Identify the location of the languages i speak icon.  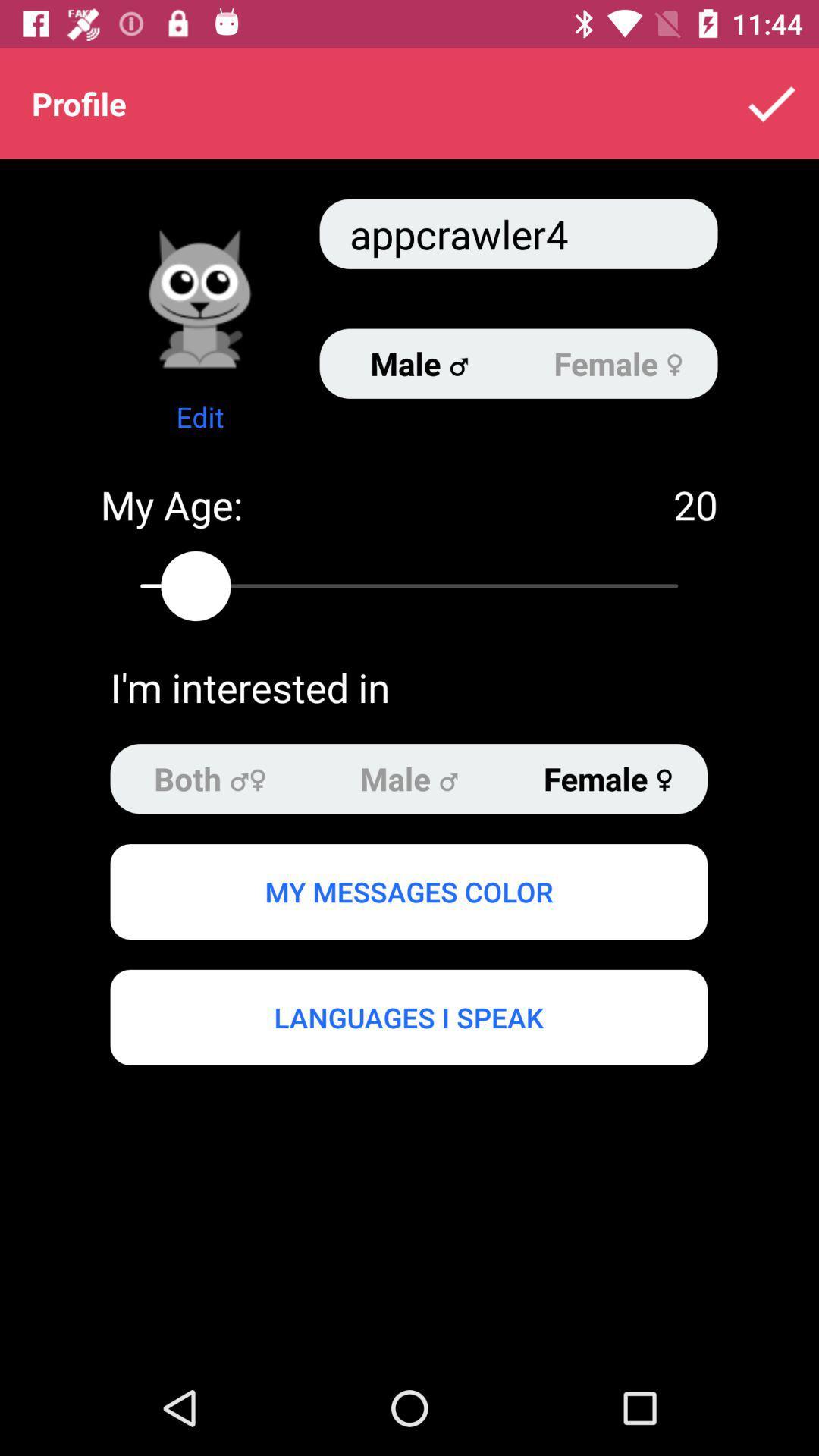
(408, 1017).